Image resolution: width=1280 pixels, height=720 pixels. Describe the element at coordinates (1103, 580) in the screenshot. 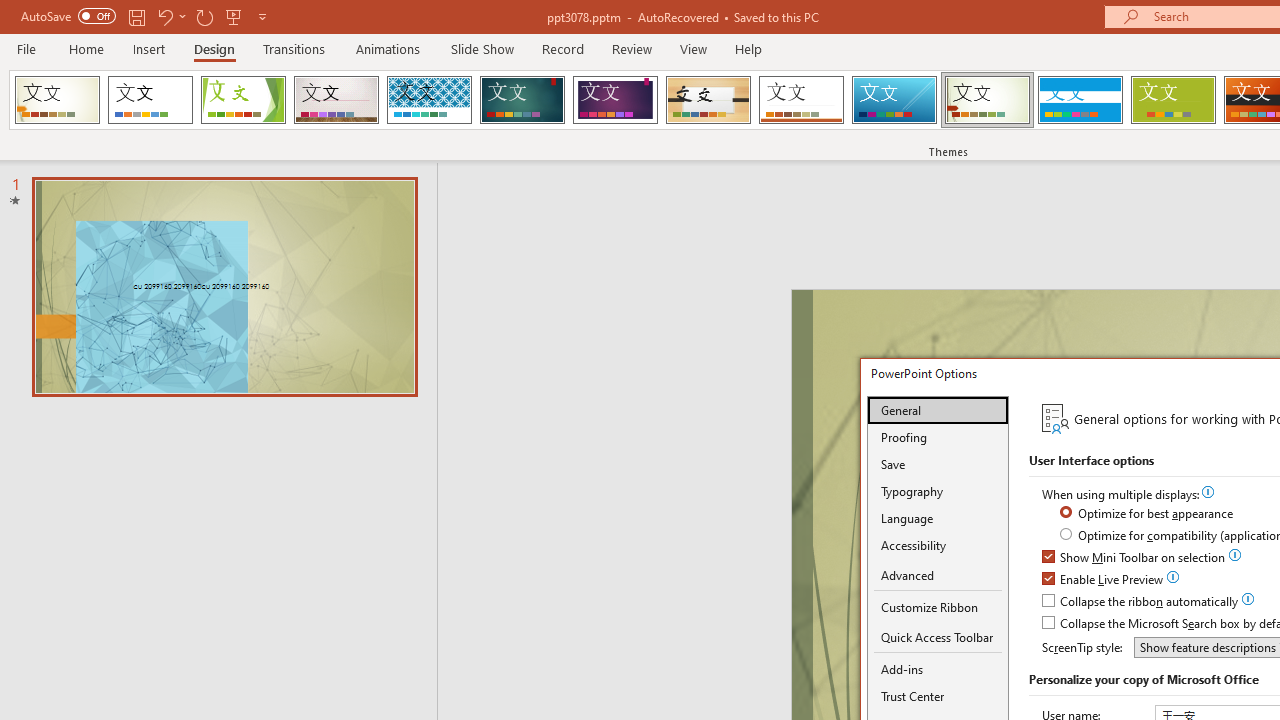

I see `'Enable Live Preview'` at that location.